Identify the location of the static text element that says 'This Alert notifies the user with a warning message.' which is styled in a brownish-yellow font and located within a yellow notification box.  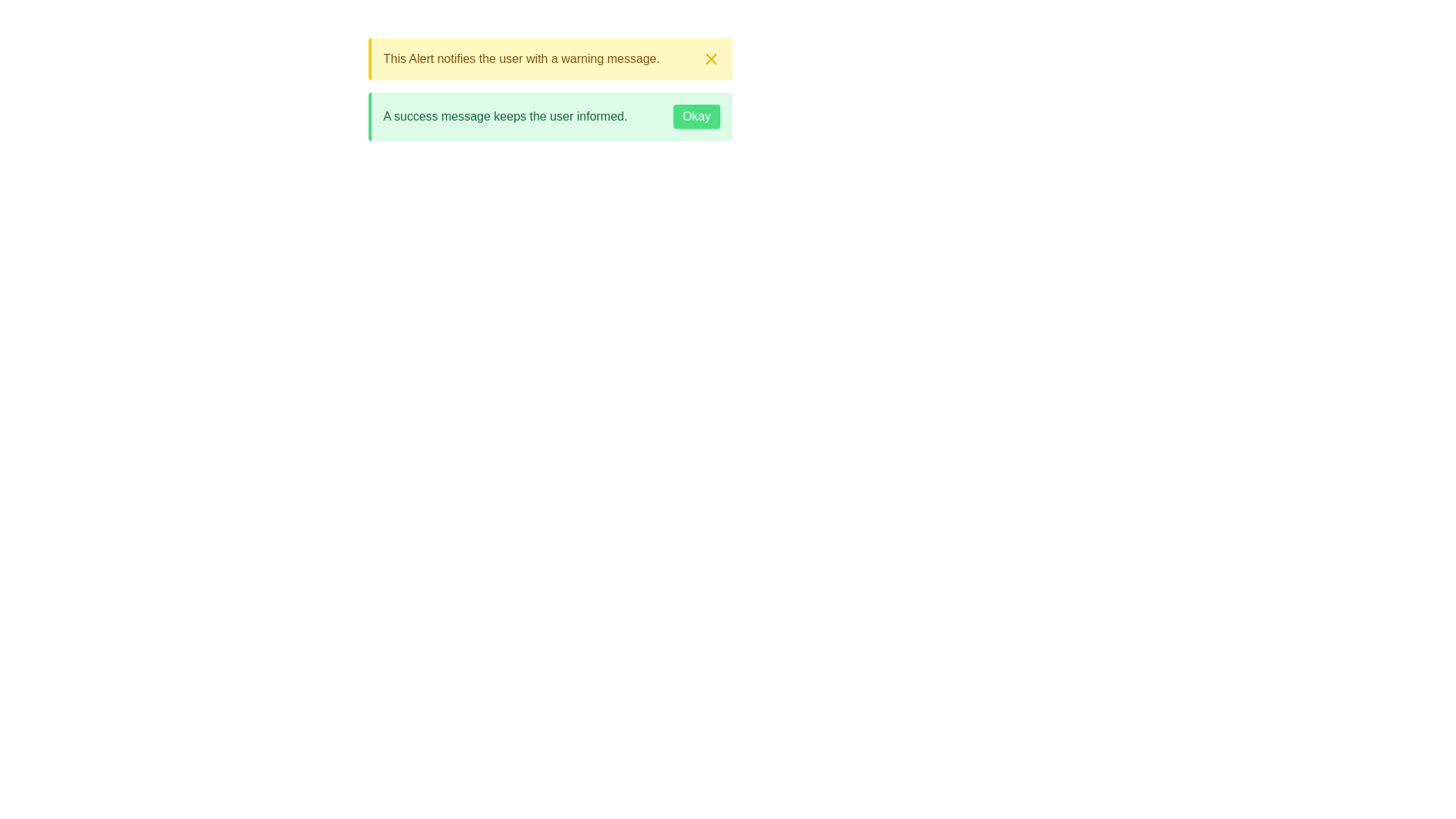
(521, 58).